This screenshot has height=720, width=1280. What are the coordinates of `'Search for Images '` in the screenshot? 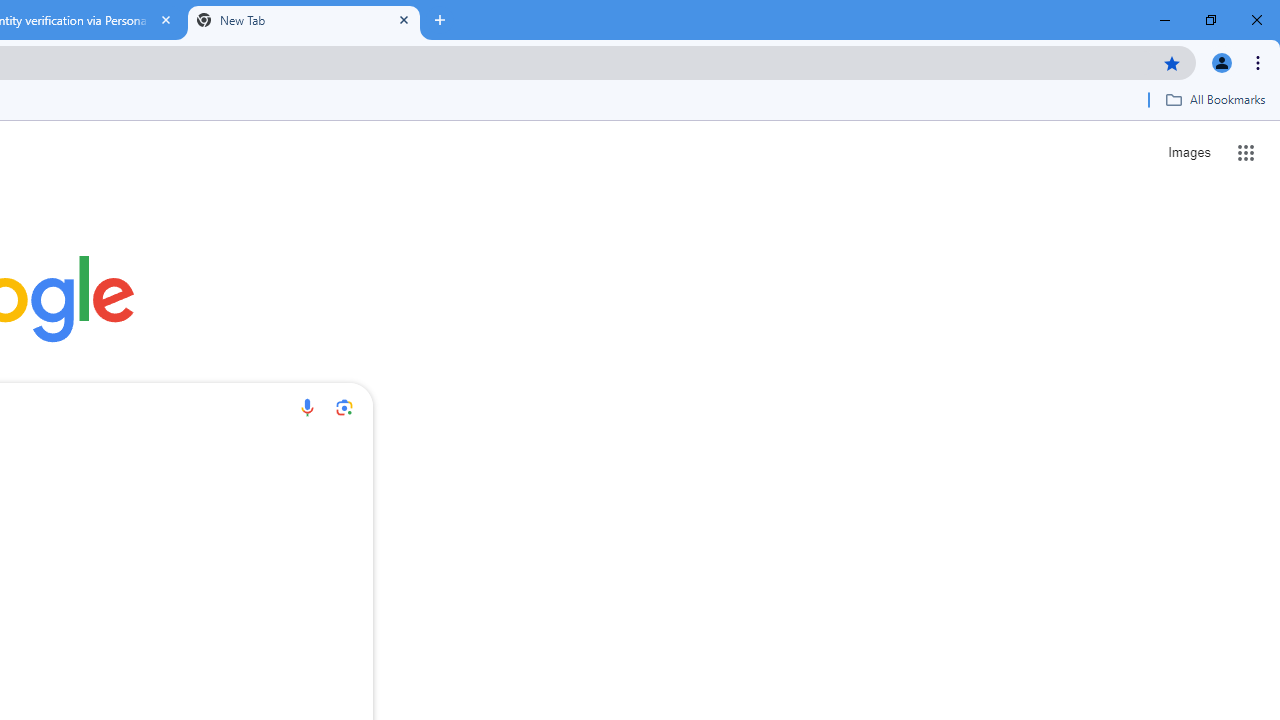 It's located at (1189, 152).